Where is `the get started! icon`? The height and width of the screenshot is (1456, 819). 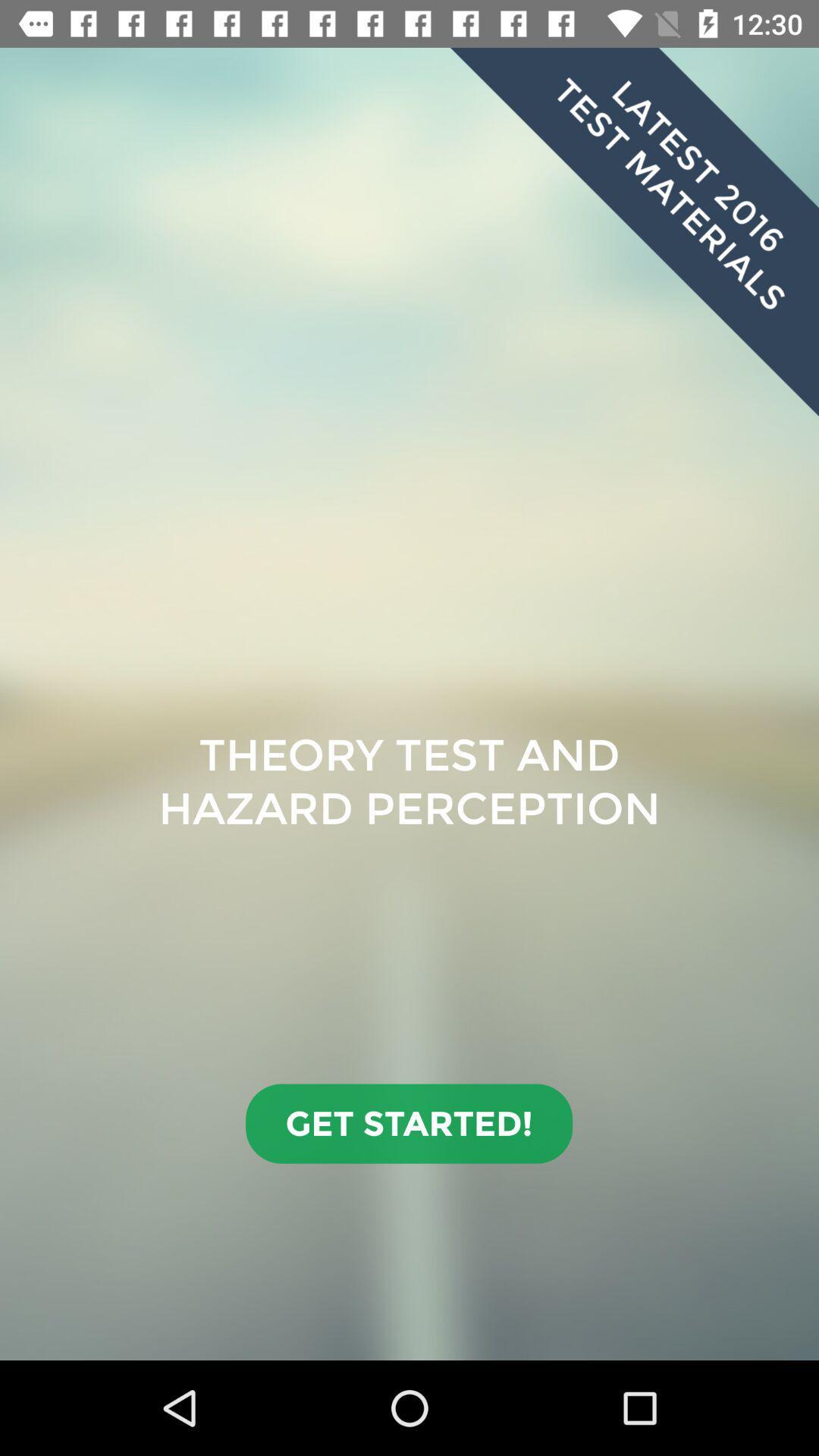 the get started! icon is located at coordinates (408, 1124).